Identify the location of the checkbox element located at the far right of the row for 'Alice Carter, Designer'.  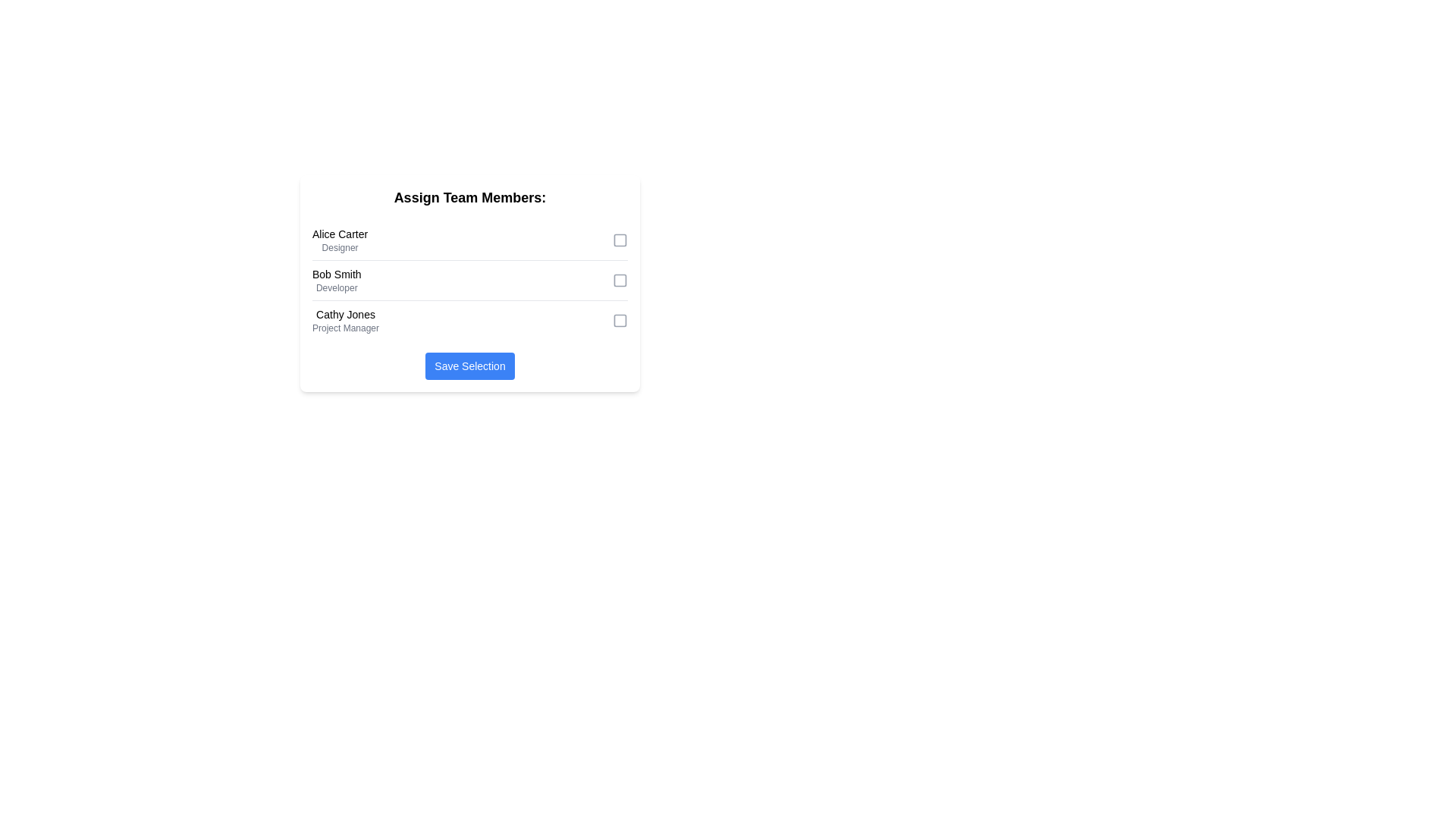
(620, 239).